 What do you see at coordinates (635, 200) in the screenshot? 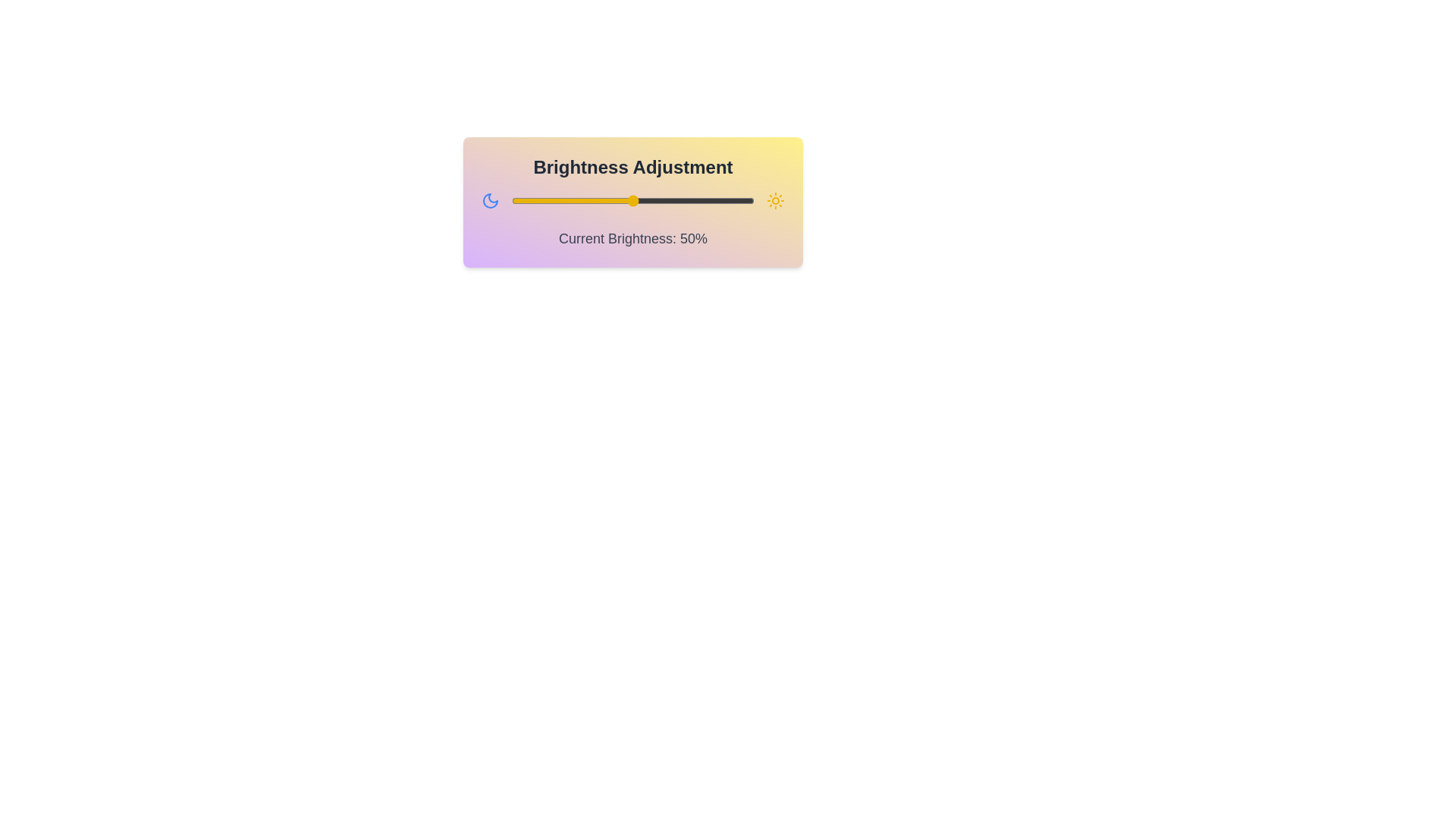
I see `the brightness slider to 51%` at bounding box center [635, 200].